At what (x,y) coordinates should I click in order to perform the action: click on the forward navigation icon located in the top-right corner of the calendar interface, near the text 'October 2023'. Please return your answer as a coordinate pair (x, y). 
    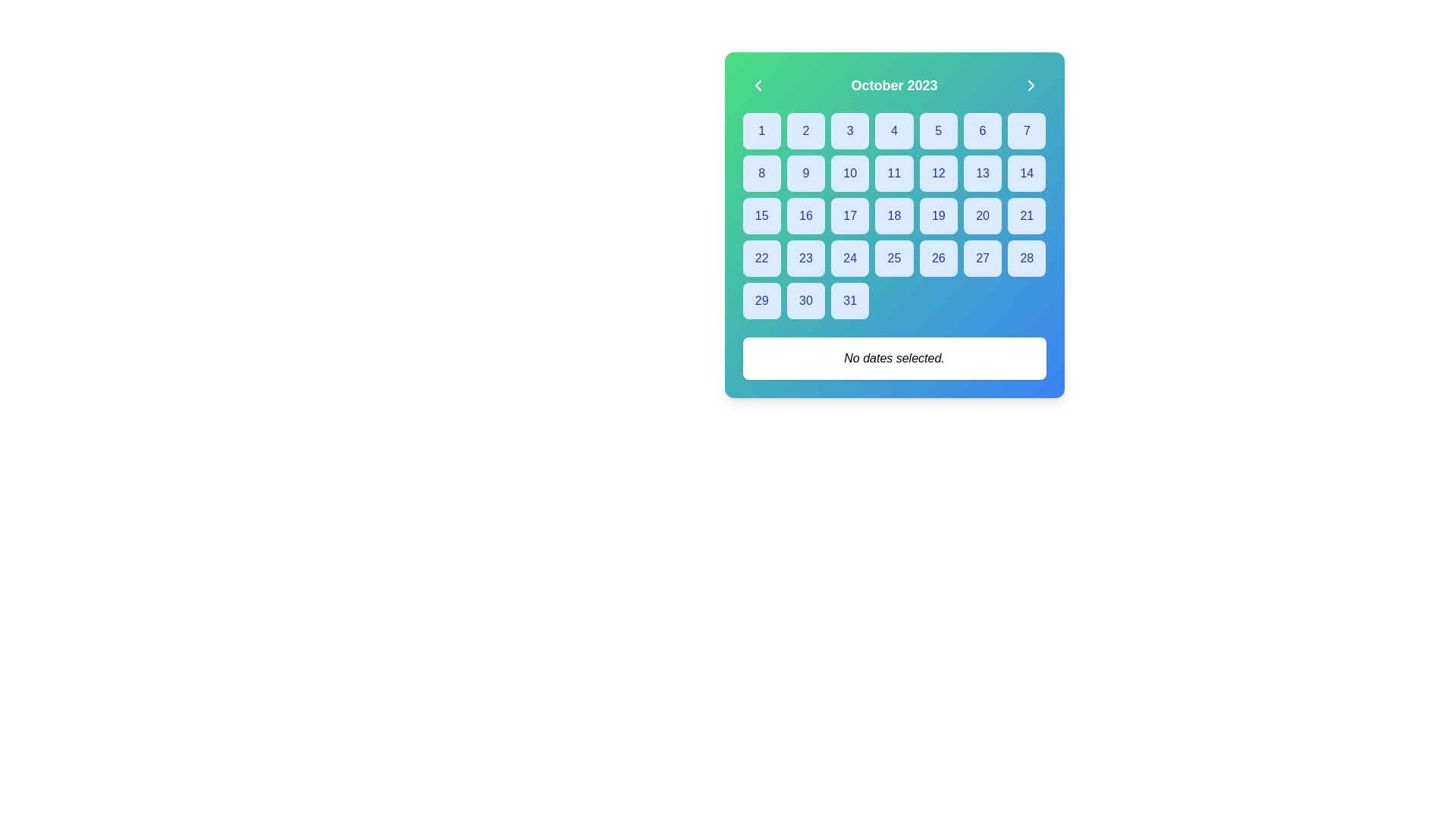
    Looking at the image, I should click on (1031, 85).